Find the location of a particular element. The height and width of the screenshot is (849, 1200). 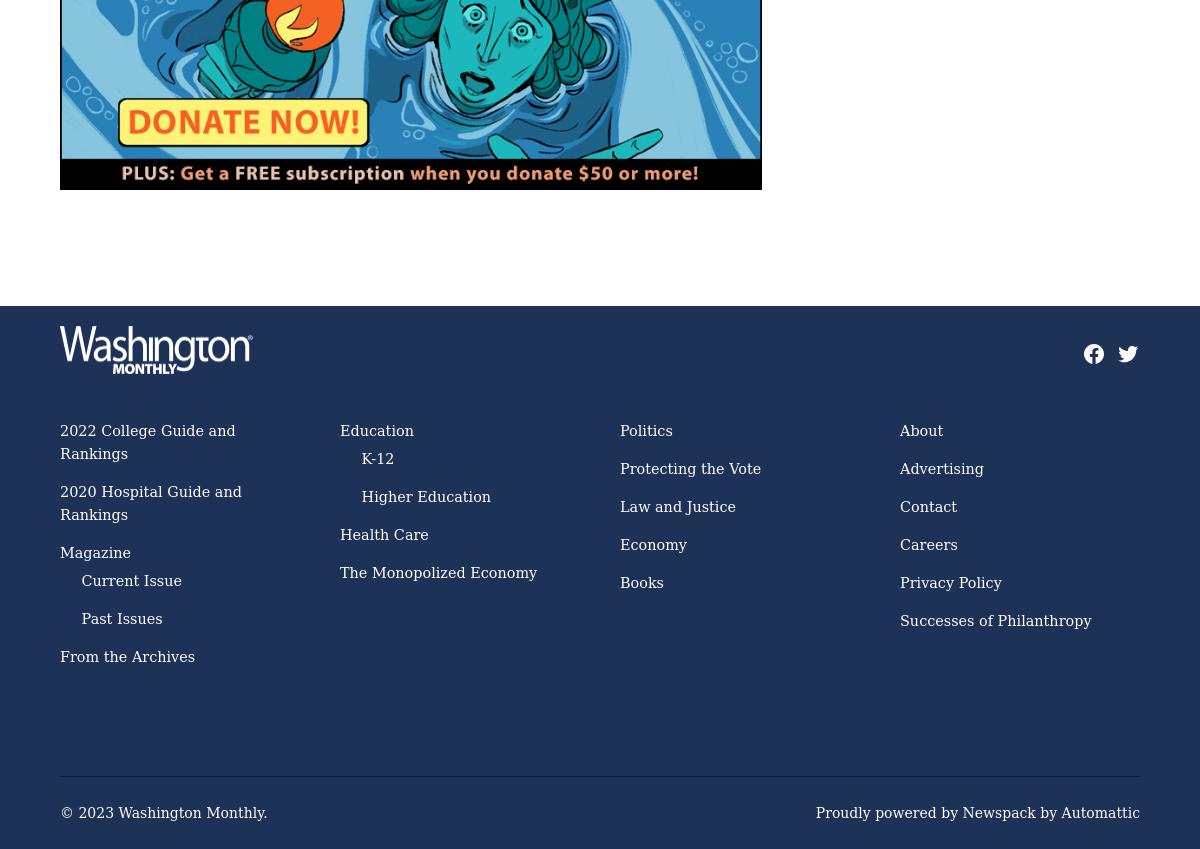

'Proudly powered by Newspack by Automattic' is located at coordinates (977, 813).